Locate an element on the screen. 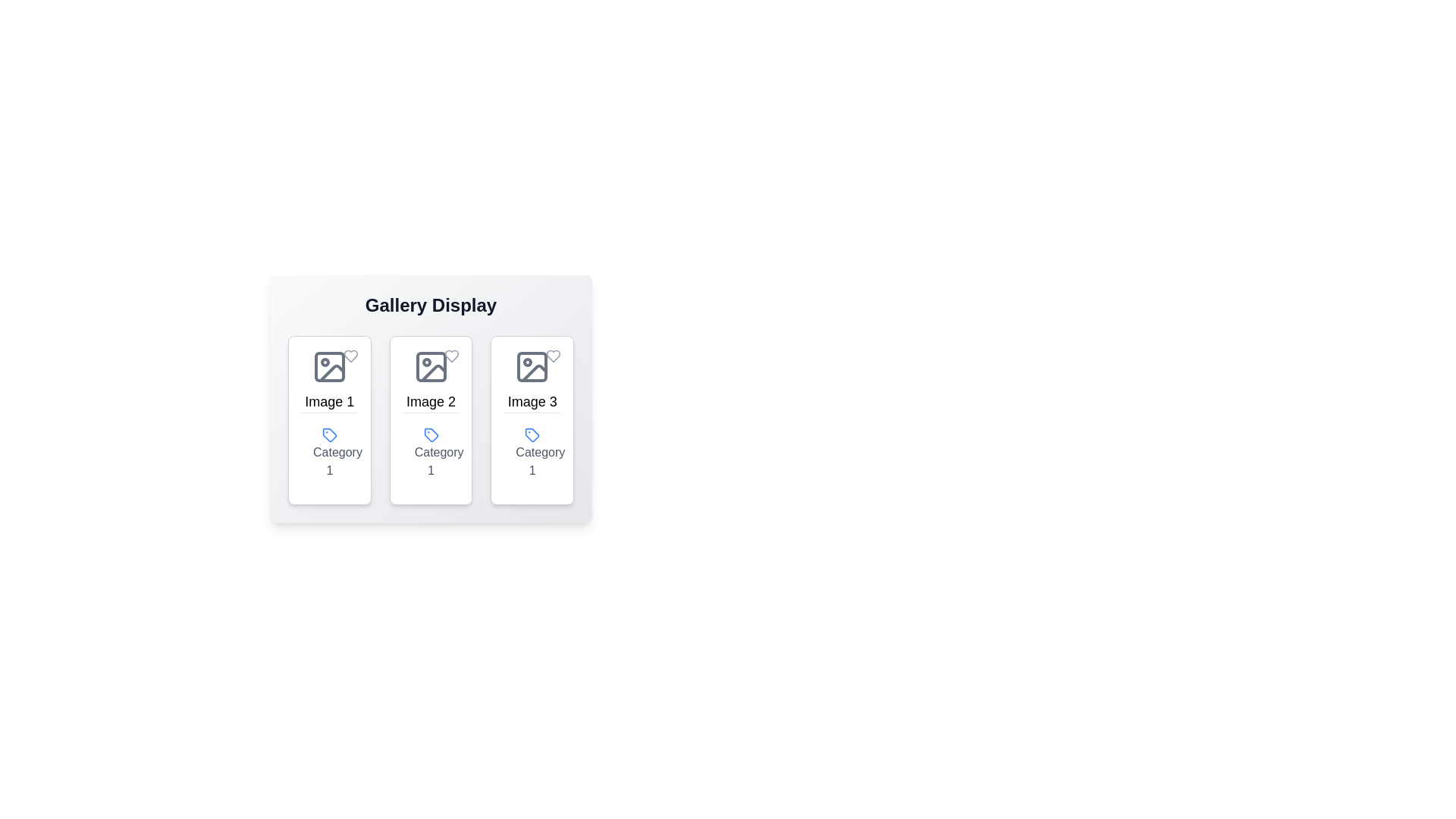 The image size is (1456, 819). the heart-shaped icon with a gray outline located at the top-right corner of the card titled 'Image 3' under the 'Gallery Display' heading is located at coordinates (552, 356).